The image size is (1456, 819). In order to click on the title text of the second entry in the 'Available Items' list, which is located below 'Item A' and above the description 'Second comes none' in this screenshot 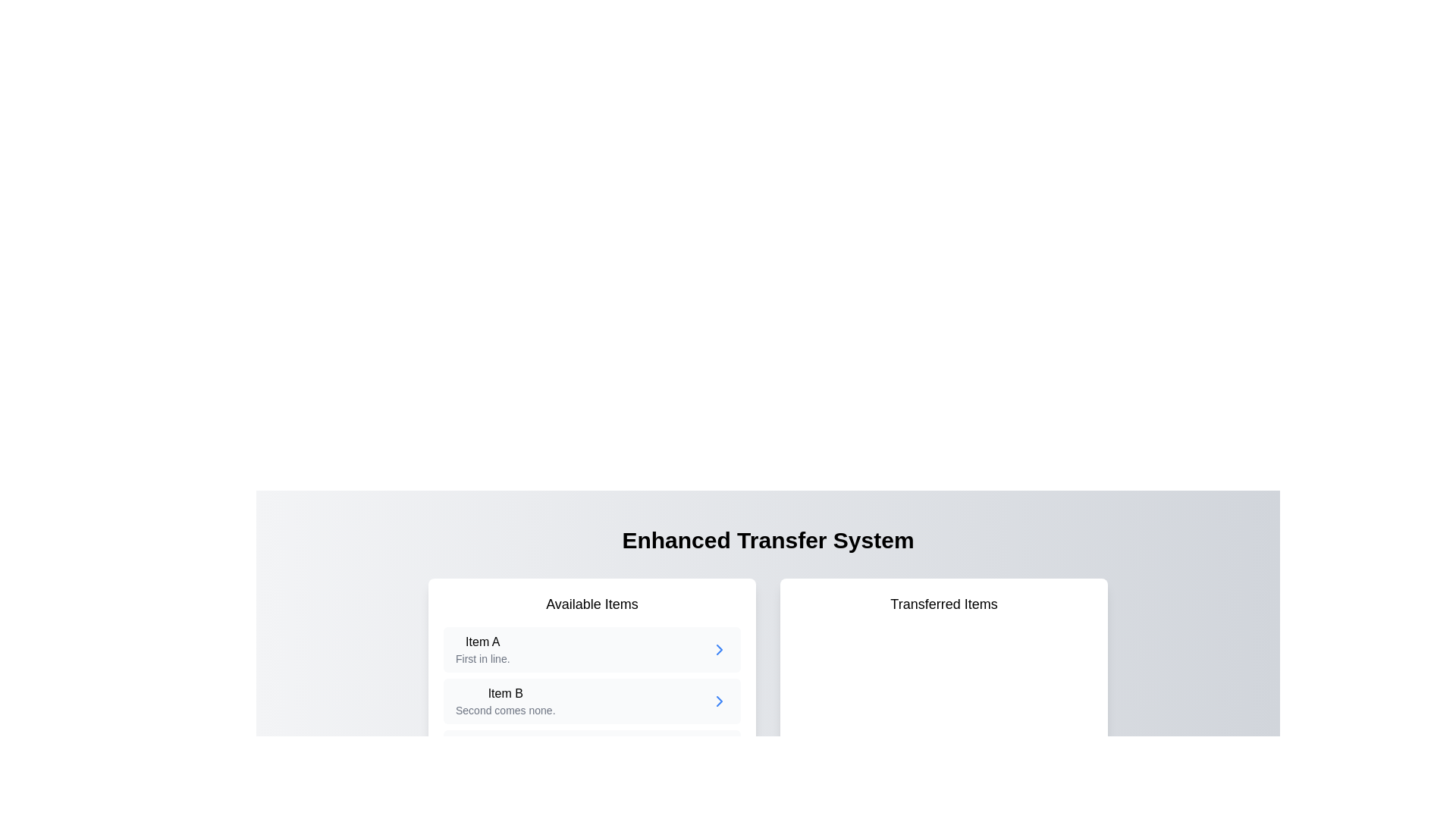, I will do `click(505, 693)`.